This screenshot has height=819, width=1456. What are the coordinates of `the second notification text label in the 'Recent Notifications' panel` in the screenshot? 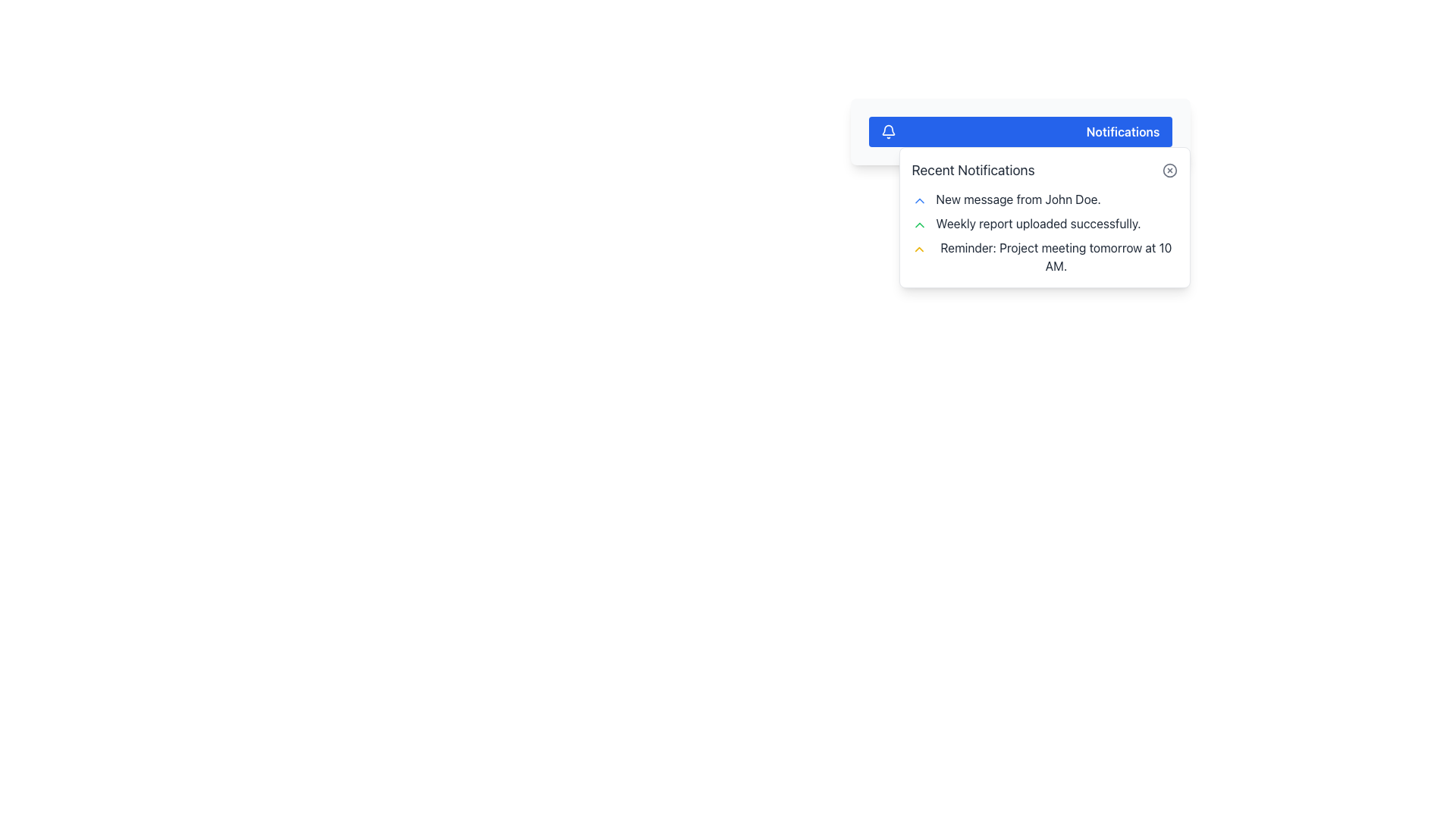 It's located at (1037, 223).